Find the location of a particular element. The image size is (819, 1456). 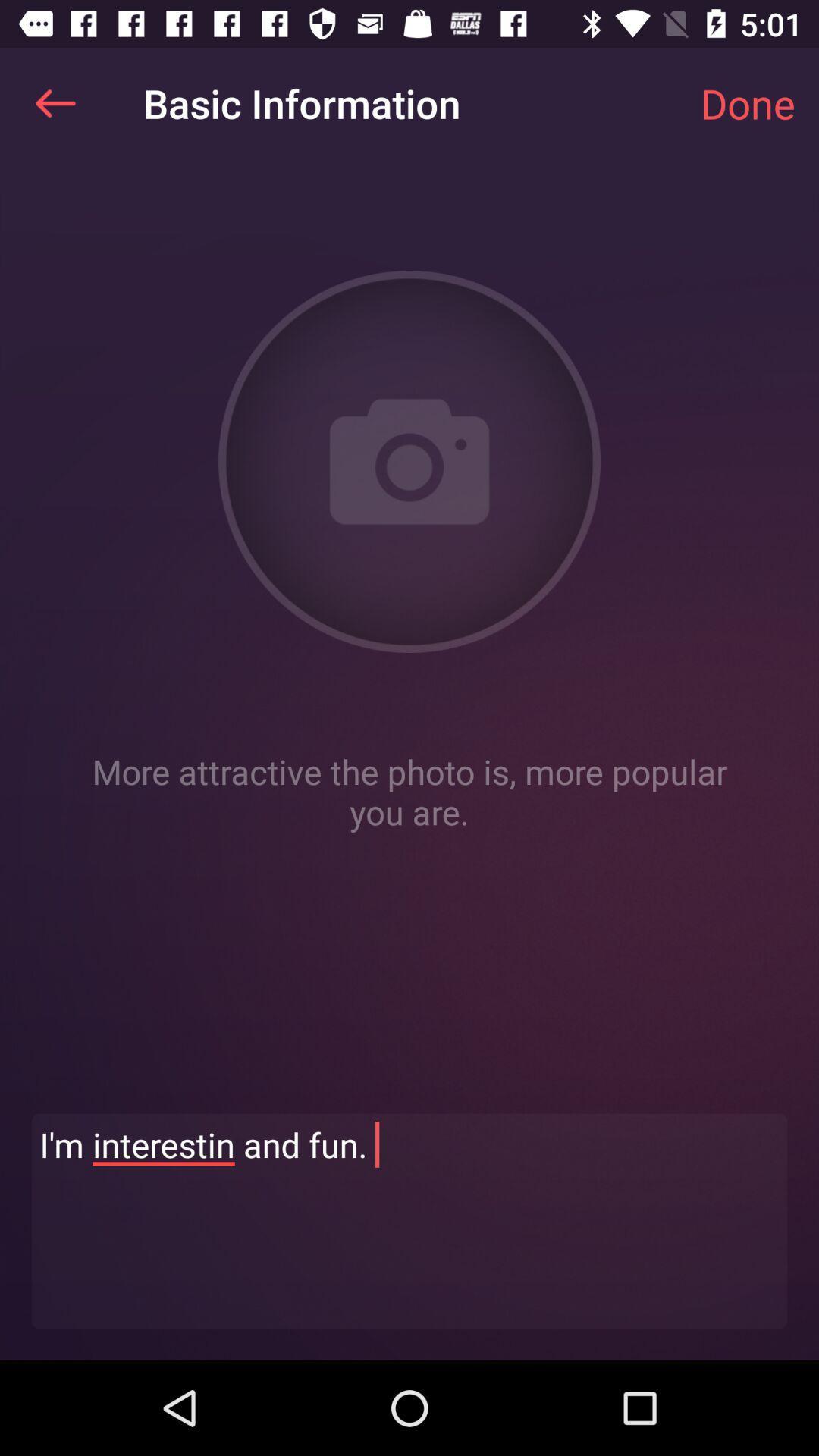

the app next to basic information is located at coordinates (747, 102).